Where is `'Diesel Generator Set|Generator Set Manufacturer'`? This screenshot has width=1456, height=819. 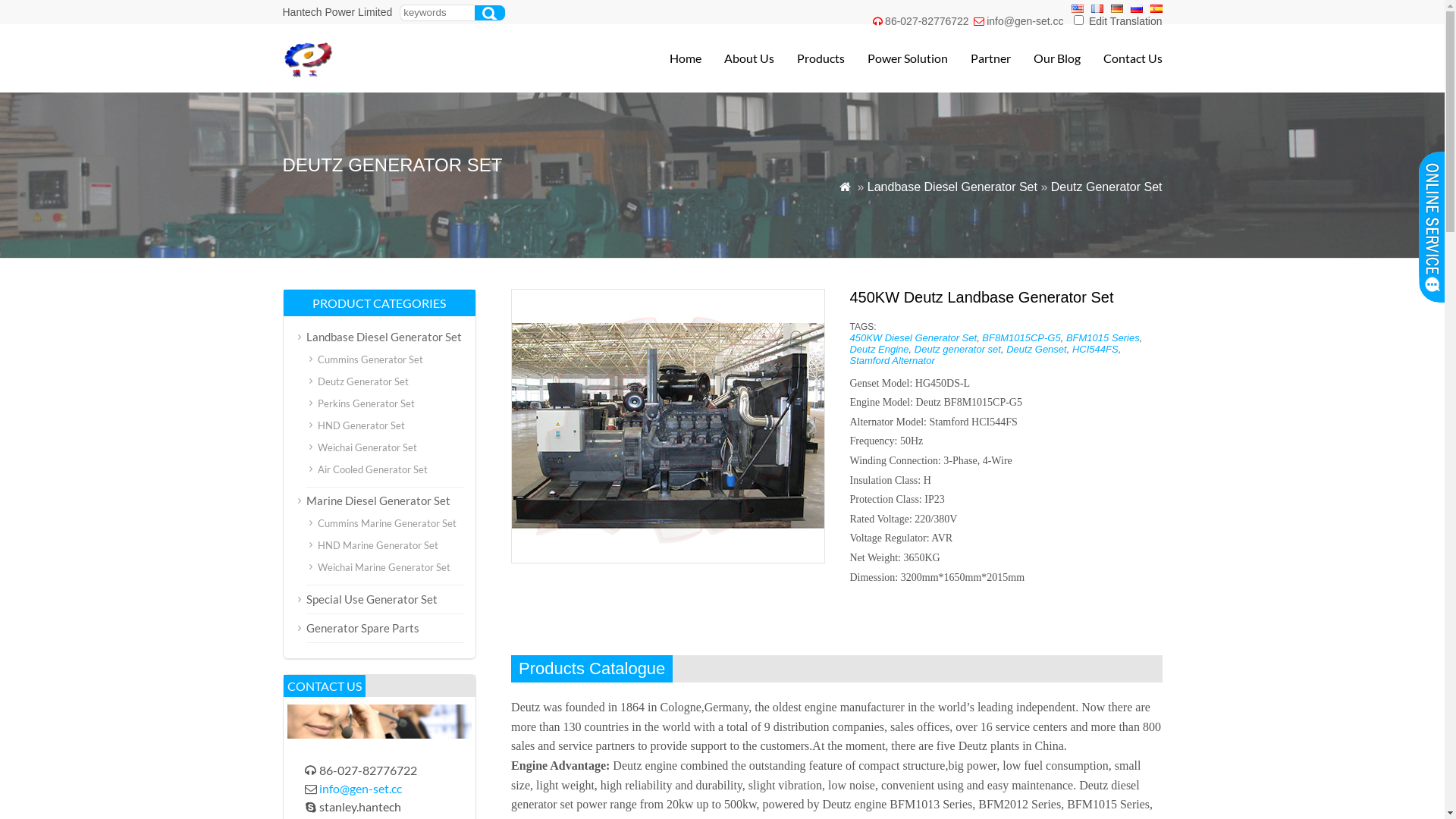
'Diesel Generator Set|Generator Set Manufacturer' is located at coordinates (282, 74).